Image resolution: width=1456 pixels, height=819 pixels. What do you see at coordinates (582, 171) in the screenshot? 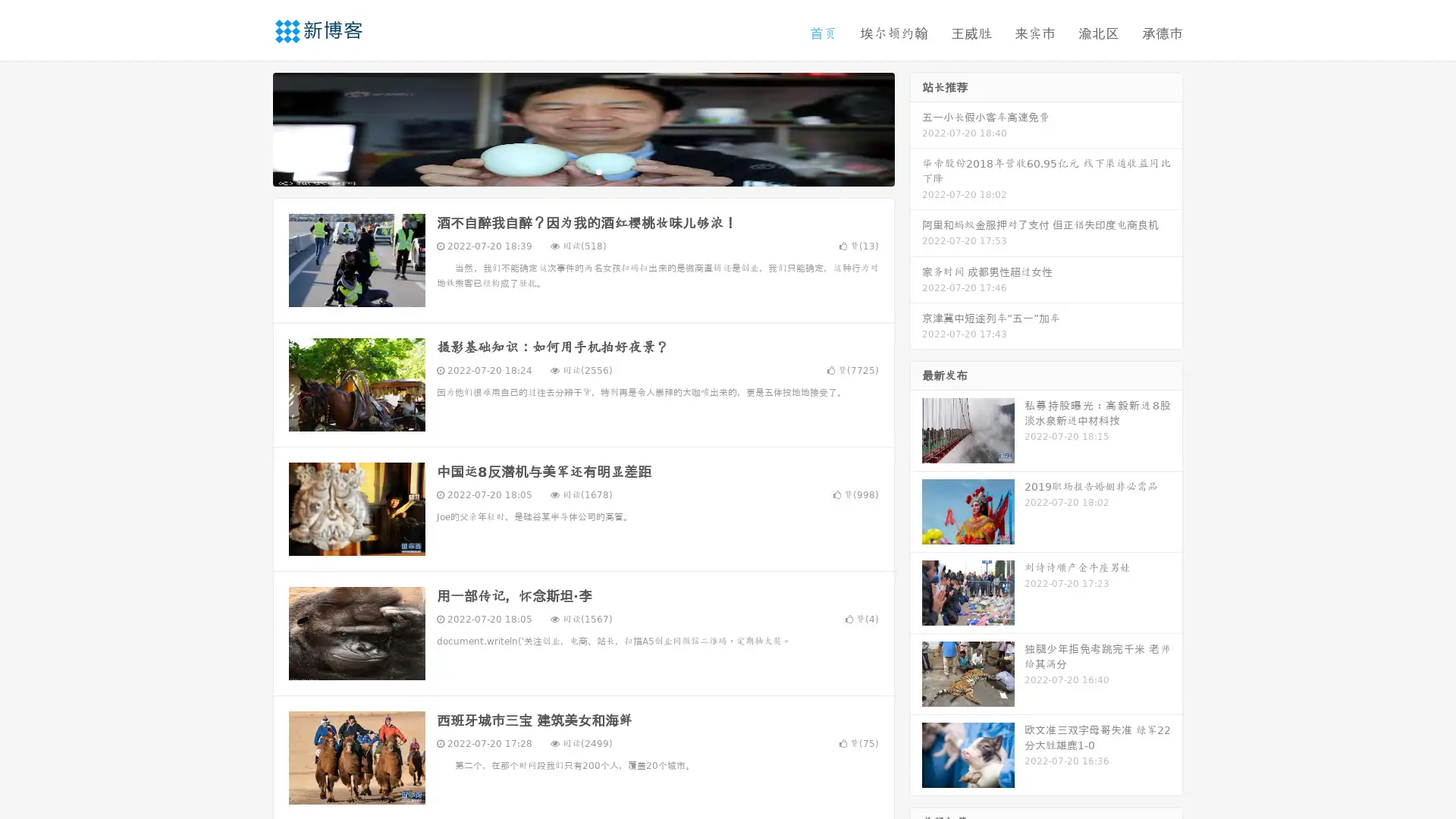
I see `Go to slide 2` at bounding box center [582, 171].